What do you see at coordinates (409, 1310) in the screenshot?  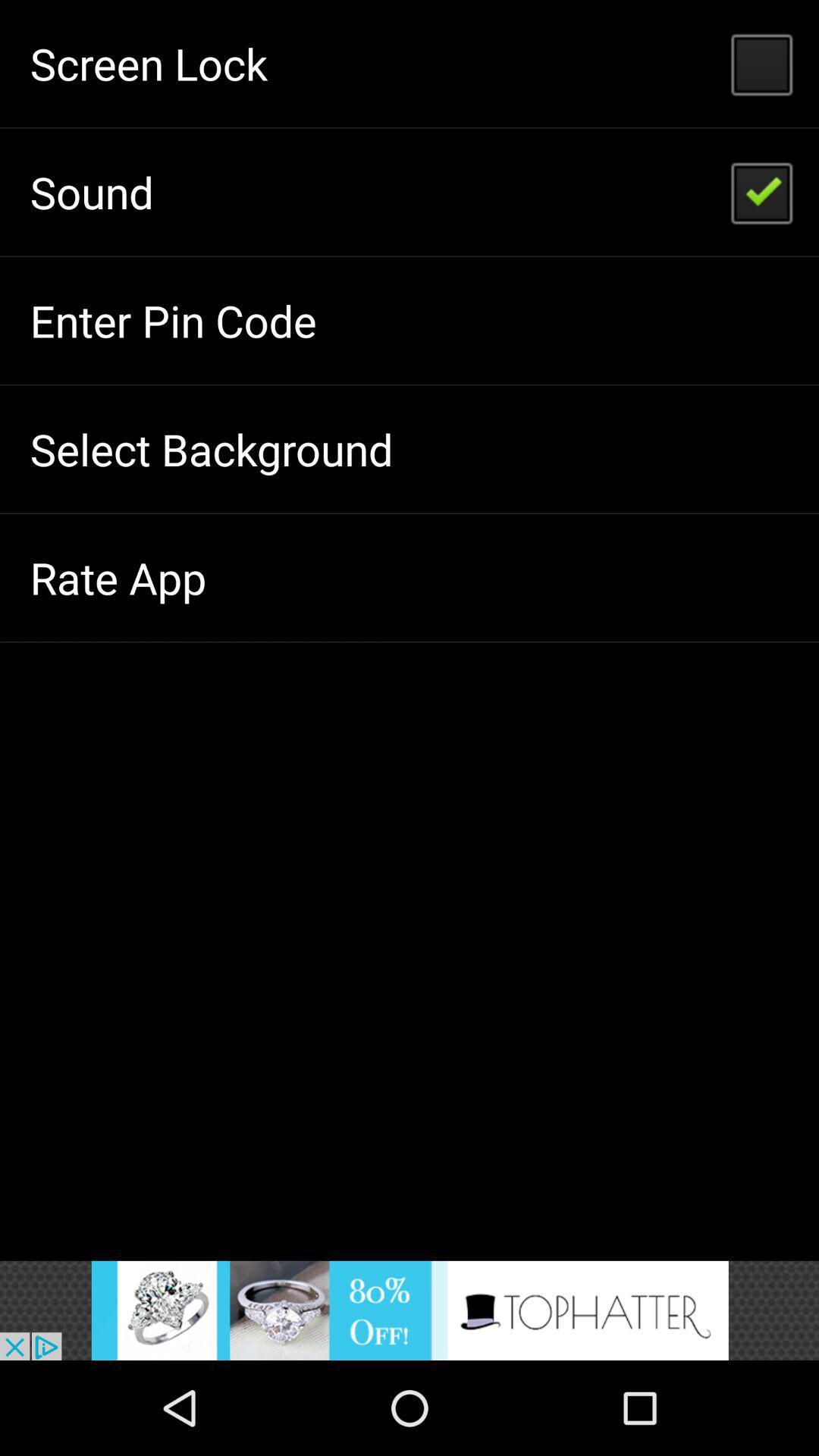 I see `advertisement` at bounding box center [409, 1310].